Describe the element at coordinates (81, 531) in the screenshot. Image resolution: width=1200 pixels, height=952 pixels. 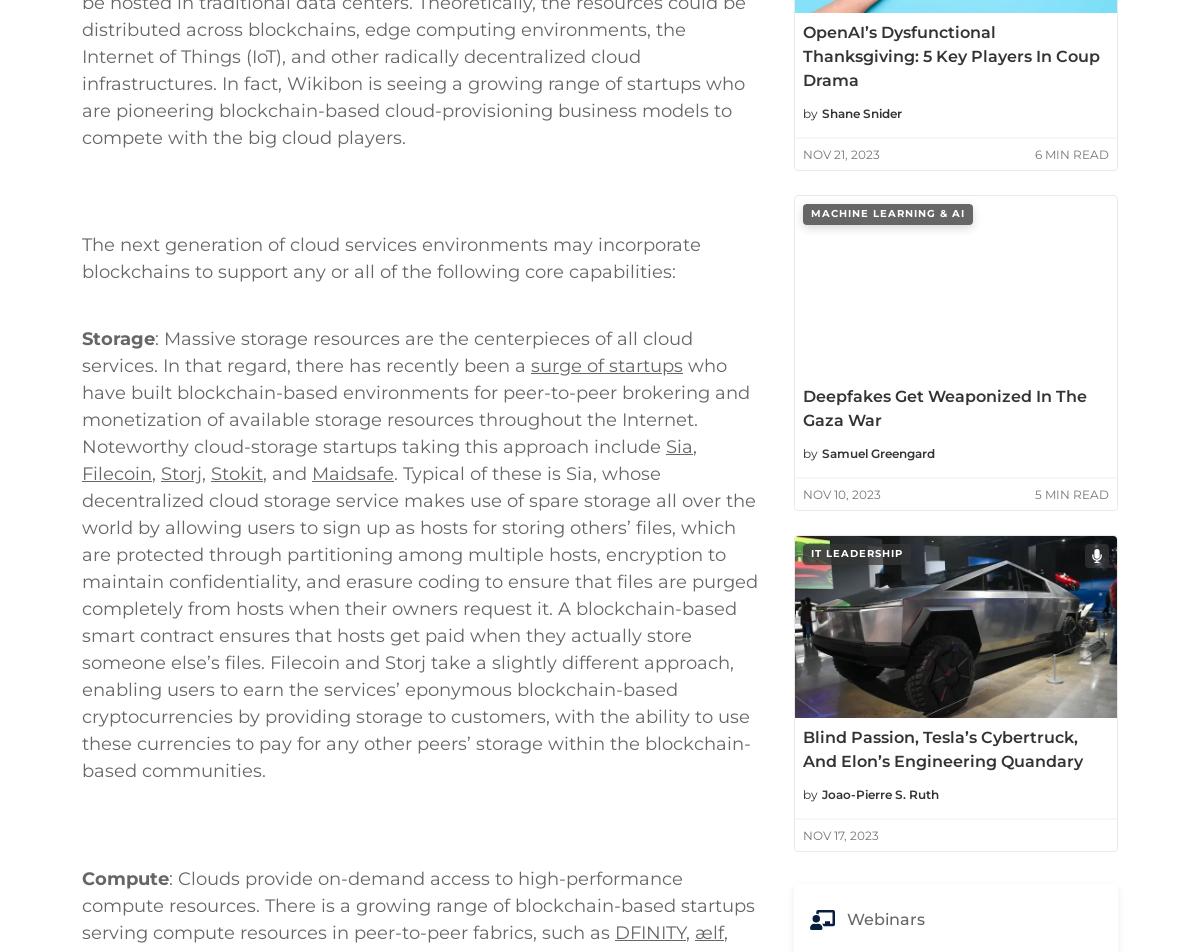
I see `'Storage'` at that location.